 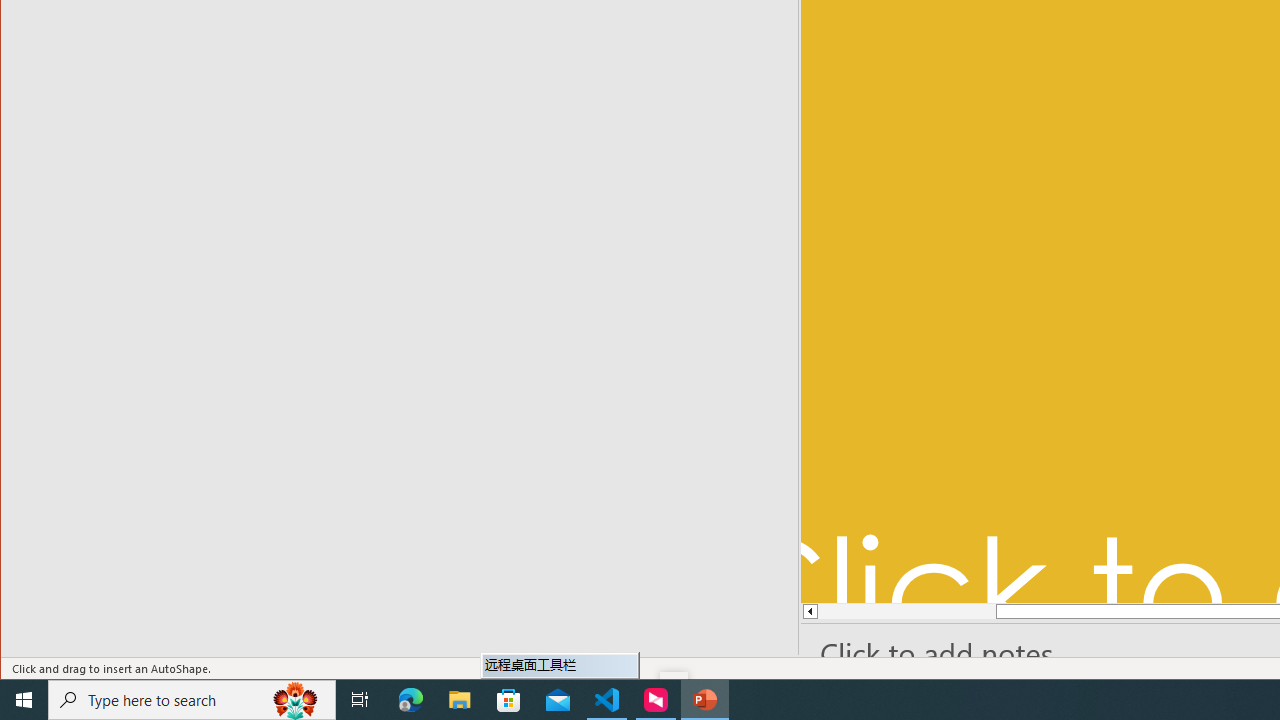 I want to click on 'PowerPoint - 1 running window', so click(x=705, y=698).